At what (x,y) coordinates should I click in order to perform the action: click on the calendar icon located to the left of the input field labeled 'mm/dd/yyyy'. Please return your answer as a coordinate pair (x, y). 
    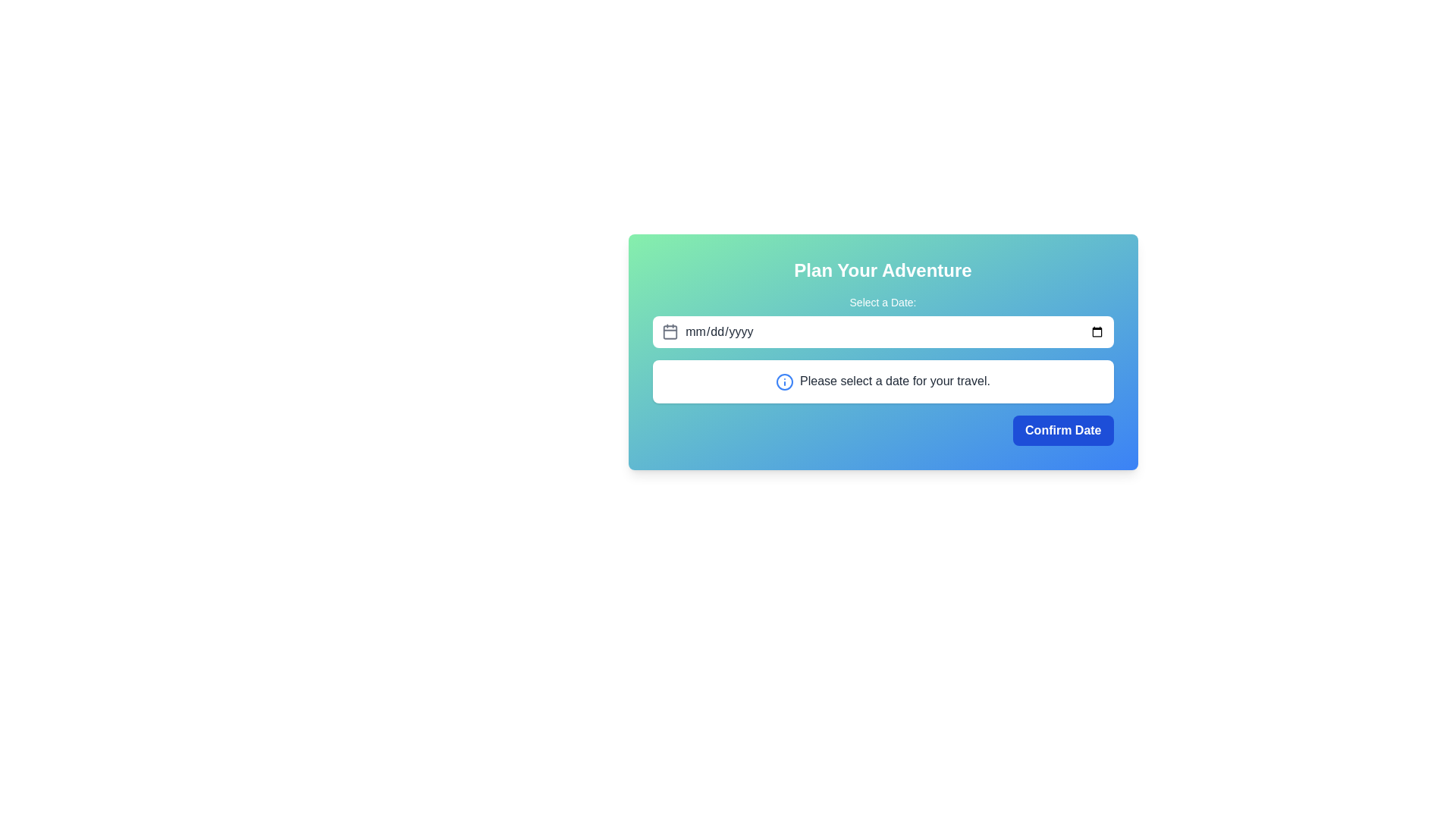
    Looking at the image, I should click on (669, 331).